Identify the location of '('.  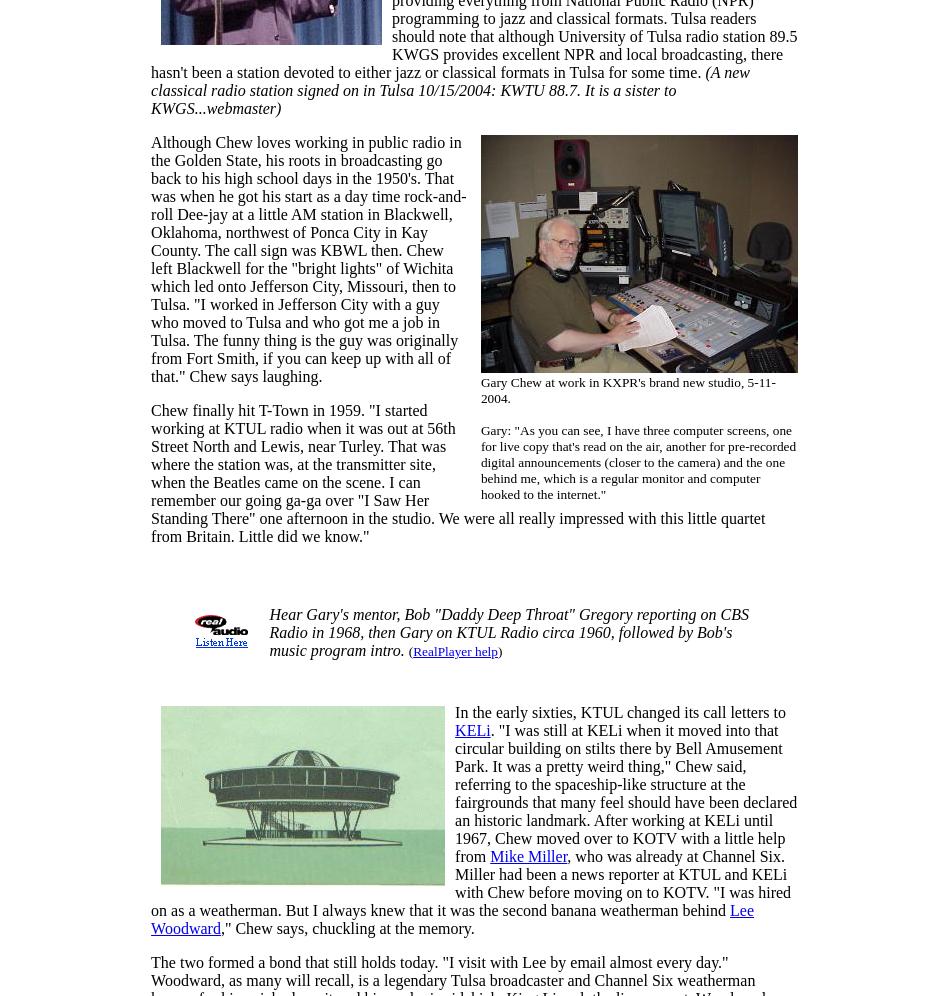
(407, 650).